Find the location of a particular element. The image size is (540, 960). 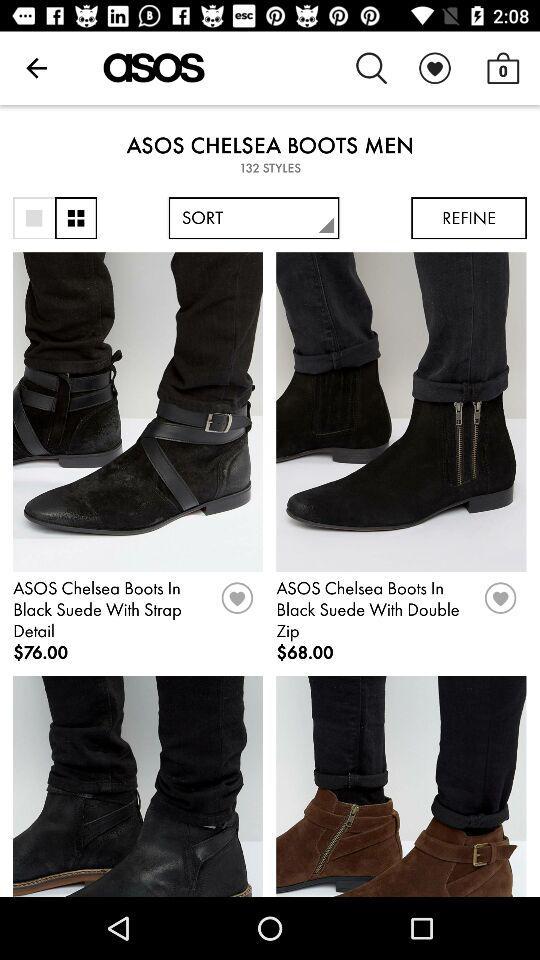

sort by window is located at coordinates (33, 218).